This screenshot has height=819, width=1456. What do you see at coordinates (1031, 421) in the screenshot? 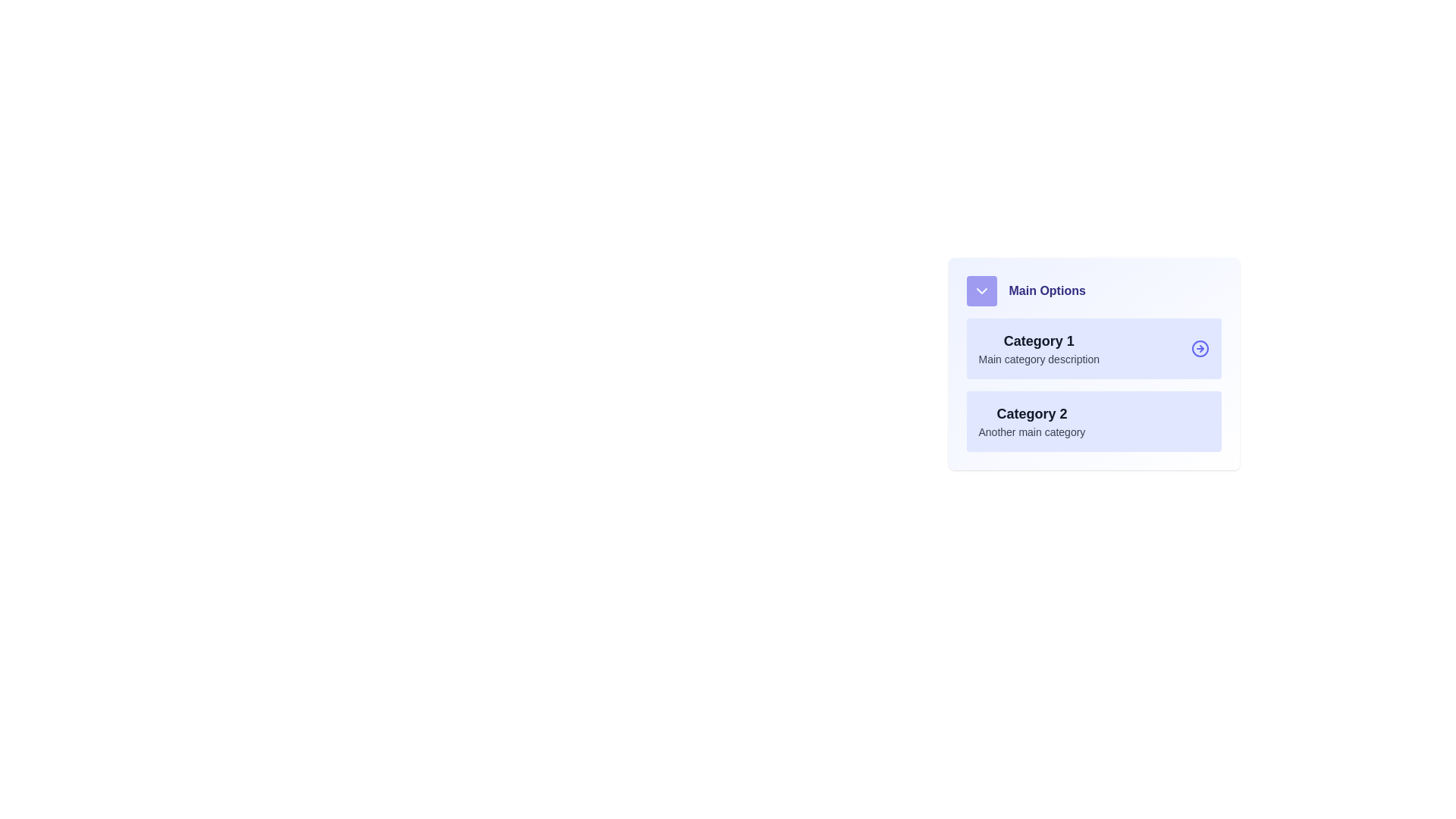
I see `to select or navigate to the 'Category 2' section, which is the second item in the list under 'Main Options' with bold black text and a light indigo background` at bounding box center [1031, 421].